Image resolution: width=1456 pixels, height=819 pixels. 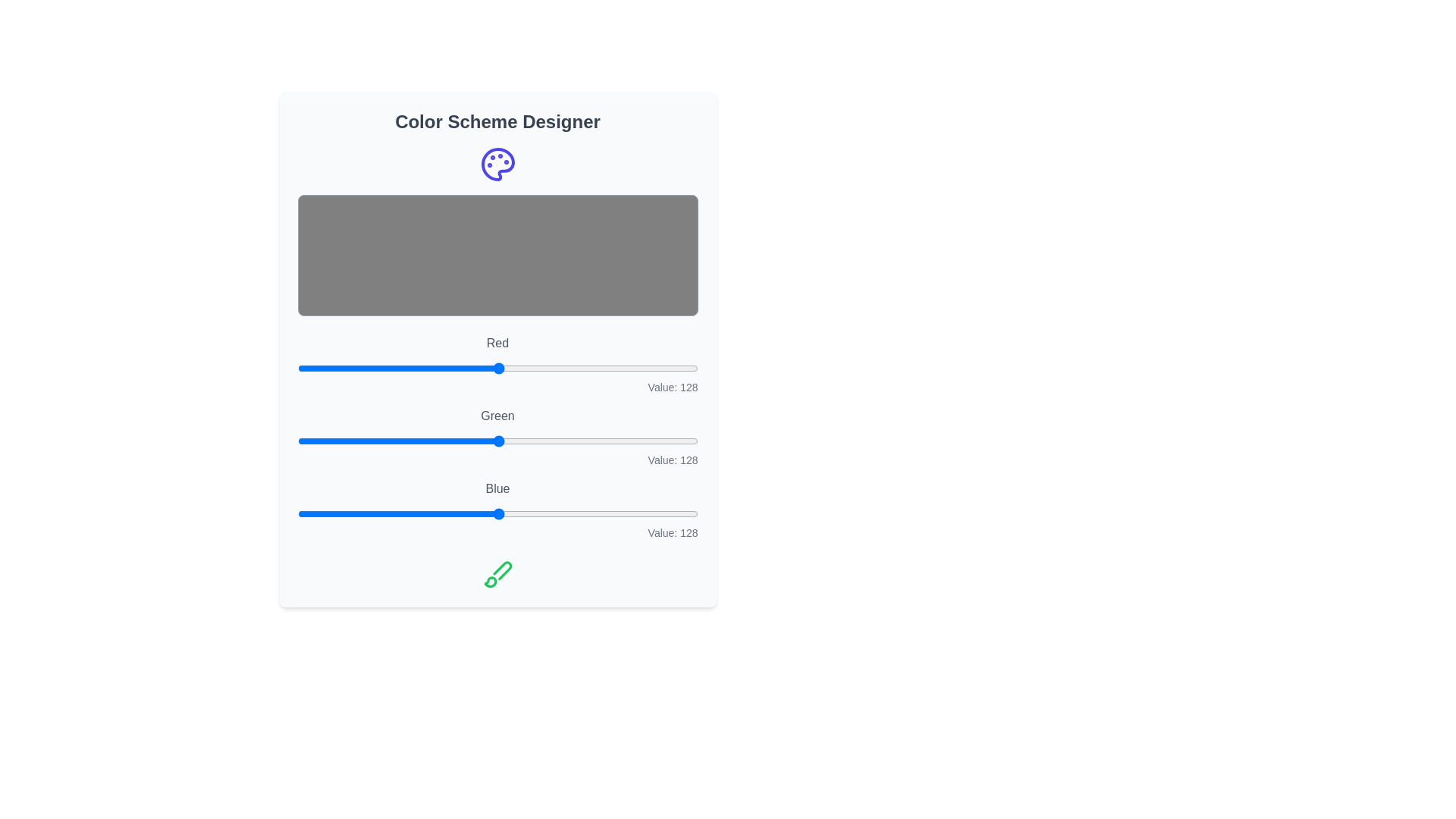 What do you see at coordinates (497, 459) in the screenshot?
I see `the text display that shows 'Value: 128', which is aligned to the right and located below the 'Green' slider in the color adjustment interface` at bounding box center [497, 459].